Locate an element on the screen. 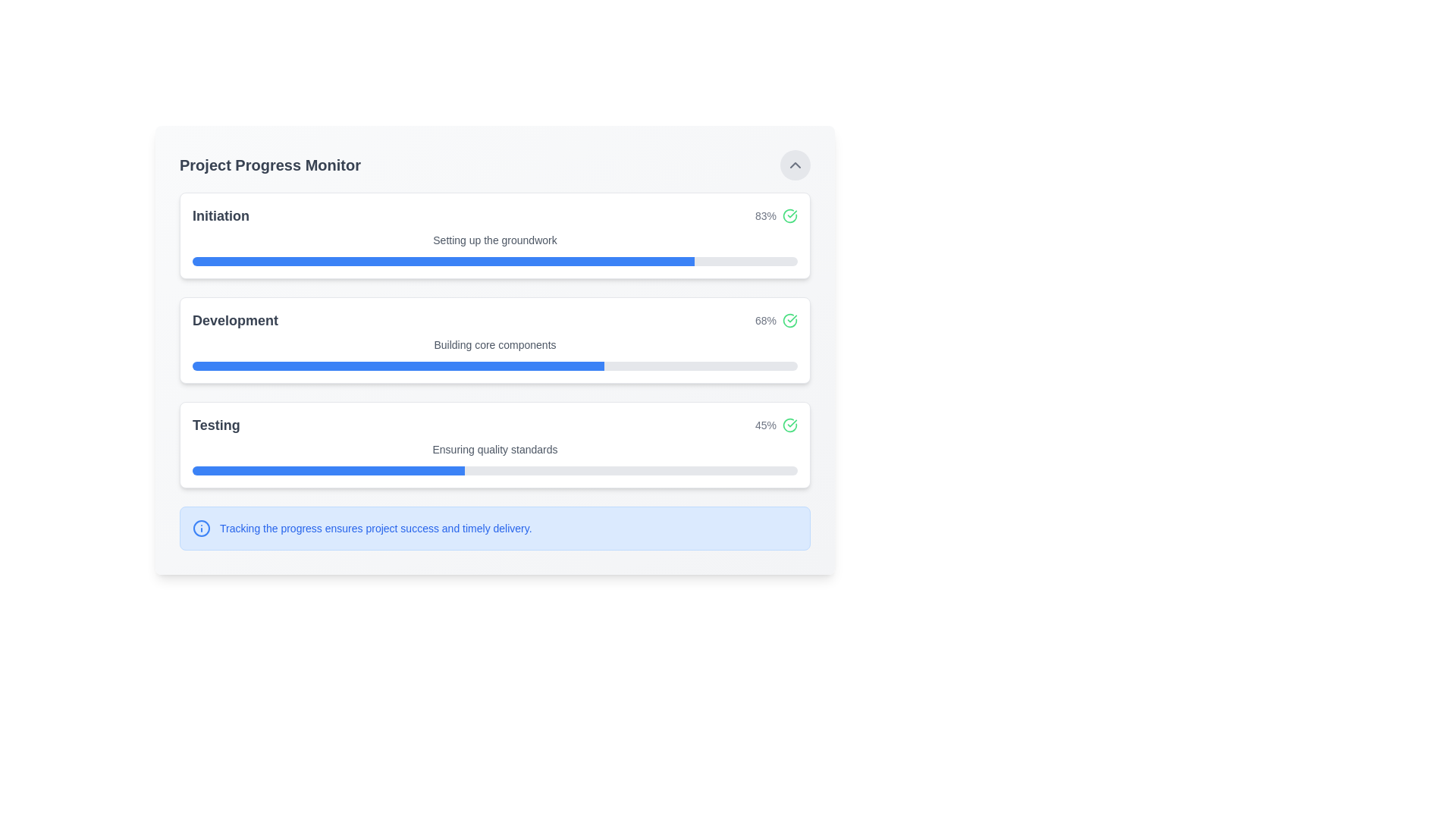 This screenshot has width=1456, height=819. text element located to the right of the information icon in the bottom section of the interface, which provides critical information related to progress monitoring is located at coordinates (375, 528).